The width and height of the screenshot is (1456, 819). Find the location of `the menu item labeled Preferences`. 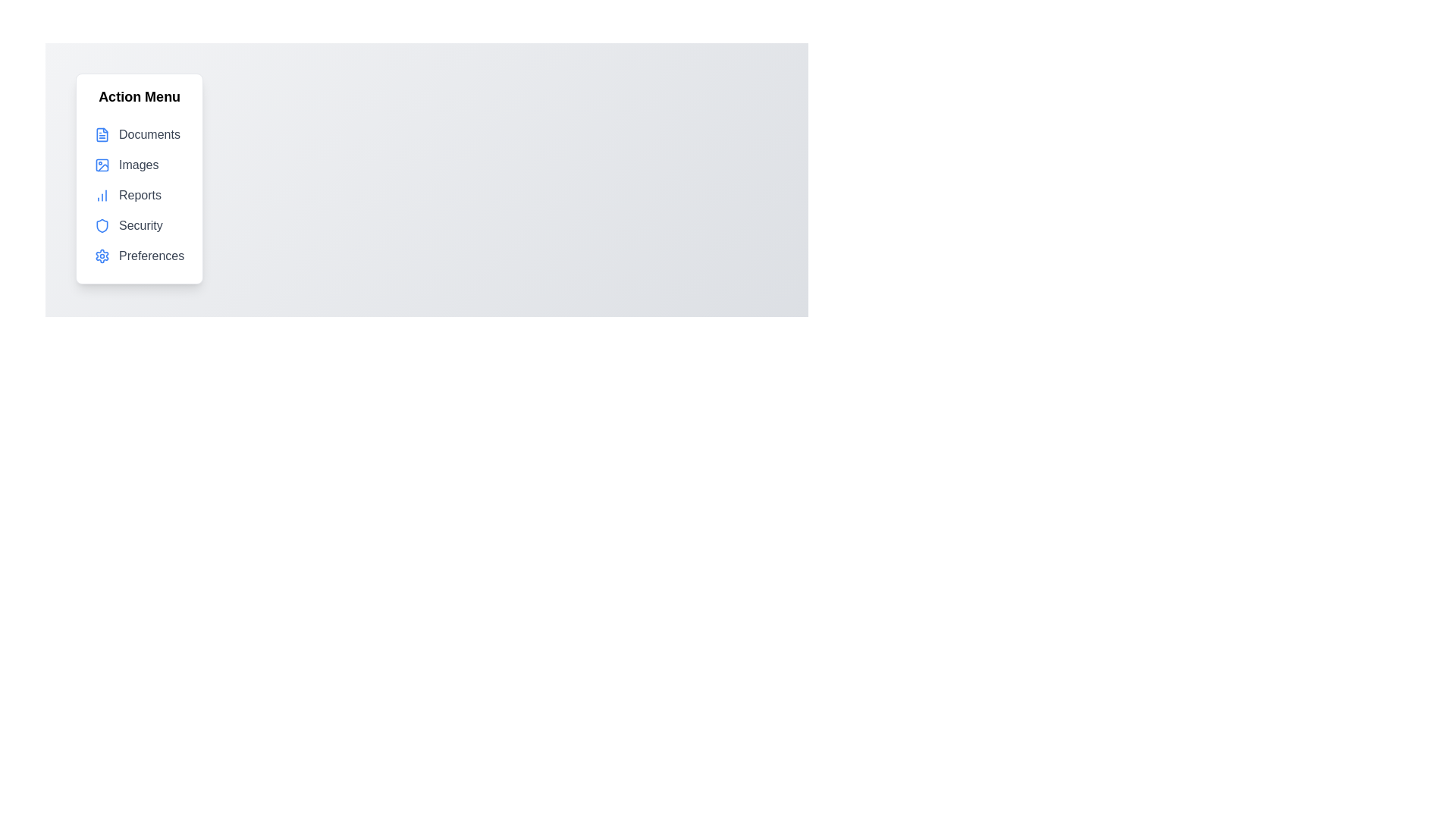

the menu item labeled Preferences is located at coordinates (139, 256).